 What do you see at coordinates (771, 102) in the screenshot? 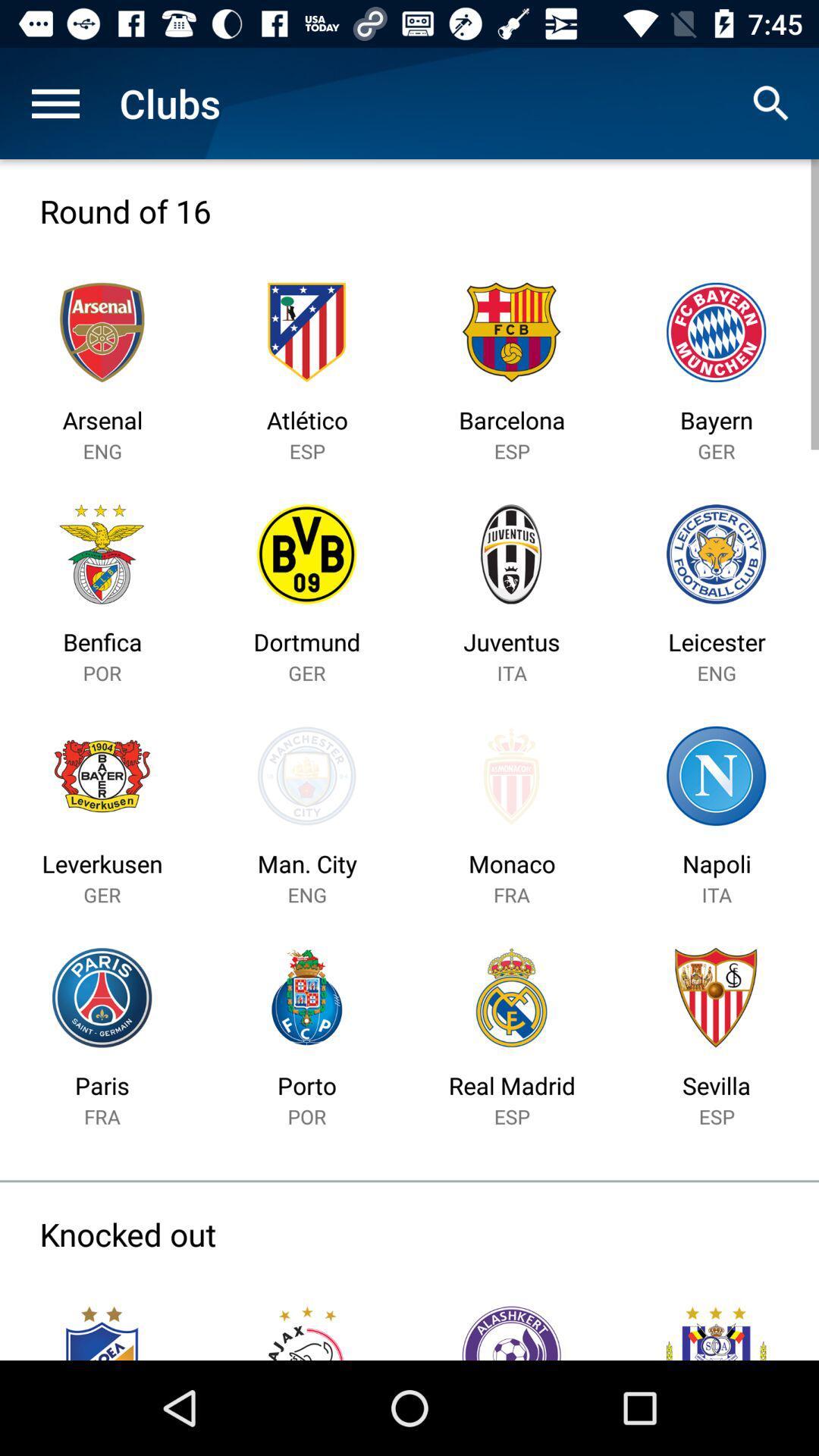
I see `icon next to clubs` at bounding box center [771, 102].